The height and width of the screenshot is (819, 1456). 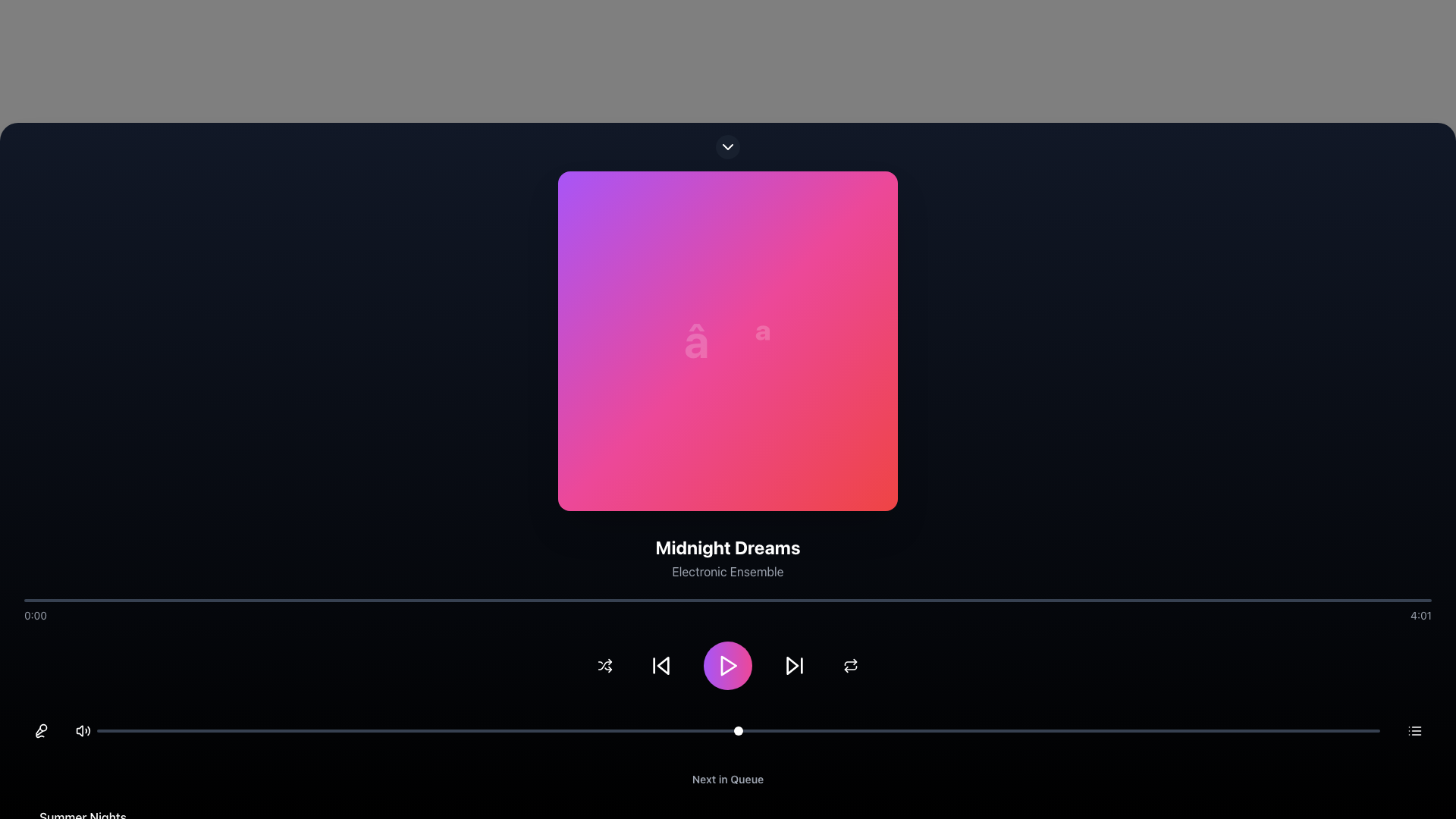 What do you see at coordinates (905, 730) in the screenshot?
I see `the timeline position` at bounding box center [905, 730].